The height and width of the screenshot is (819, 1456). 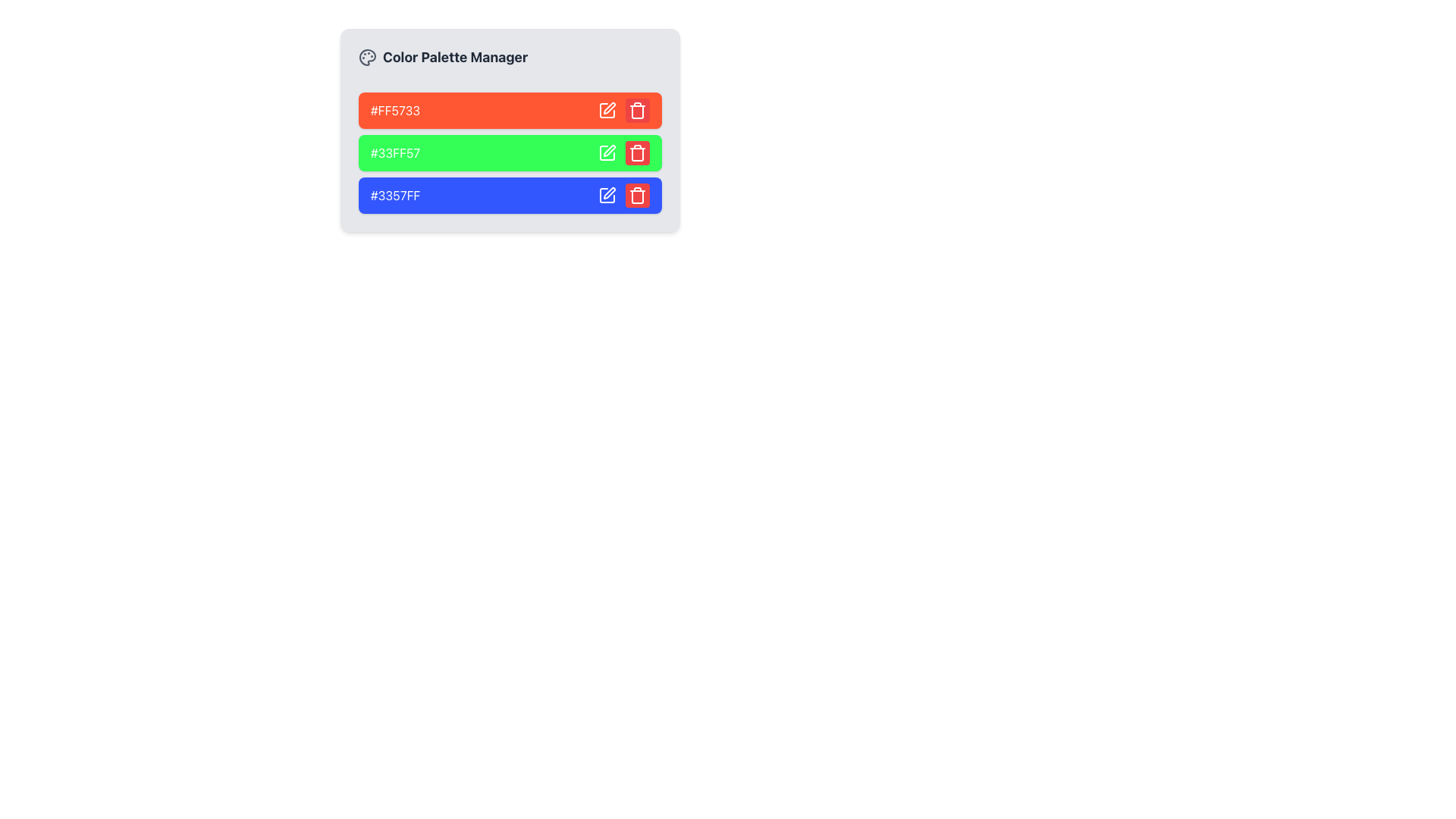 What do you see at coordinates (367, 57) in the screenshot?
I see `the icon shaped like a palette, located in the header section of the 'Color Palette Manager', to the left of the text 'Color Palette Manager'` at bounding box center [367, 57].